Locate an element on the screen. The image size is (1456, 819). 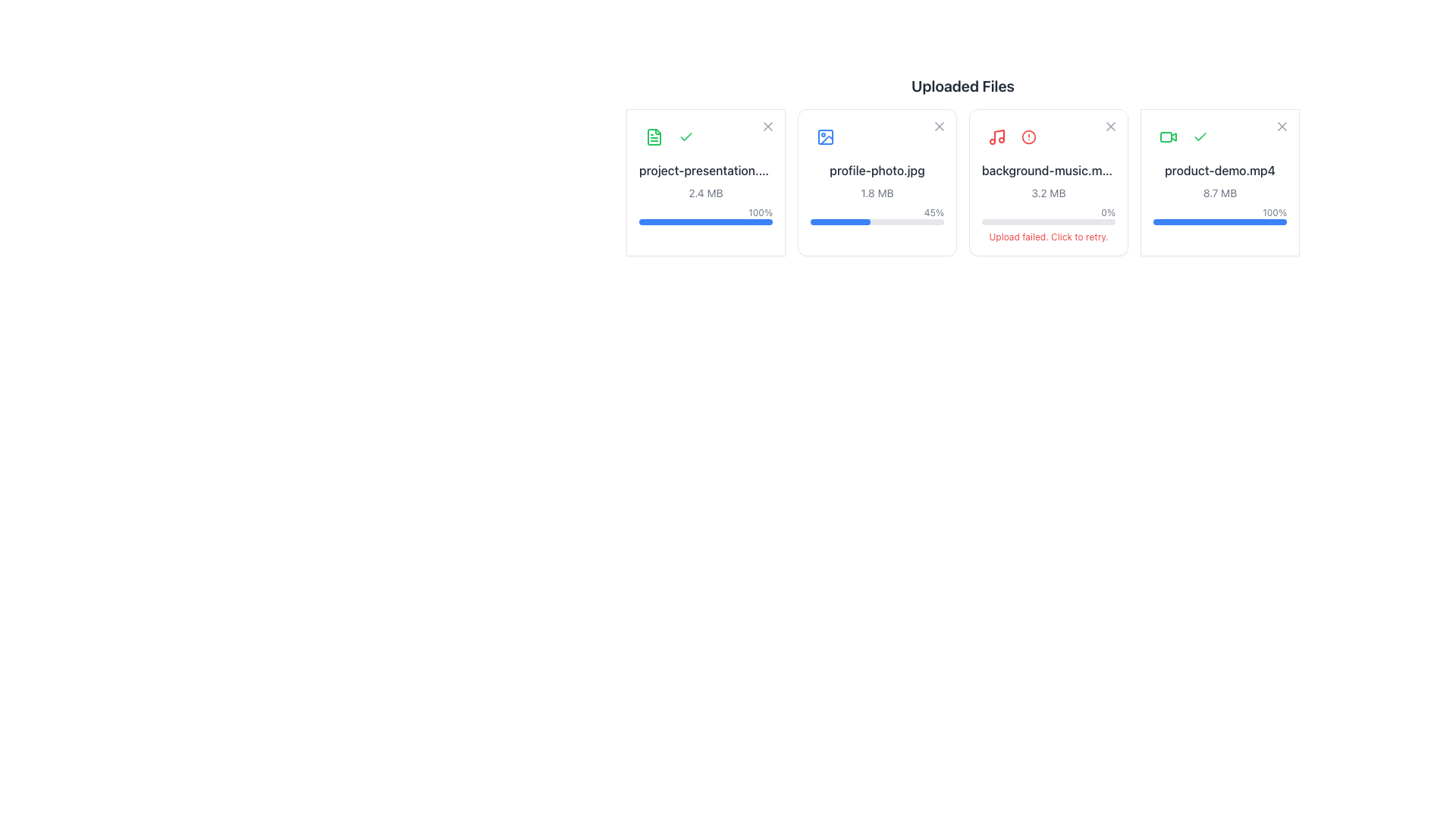
the Error message label notifying the user of the file upload failure for 'background-music.mp3' is located at coordinates (1047, 237).